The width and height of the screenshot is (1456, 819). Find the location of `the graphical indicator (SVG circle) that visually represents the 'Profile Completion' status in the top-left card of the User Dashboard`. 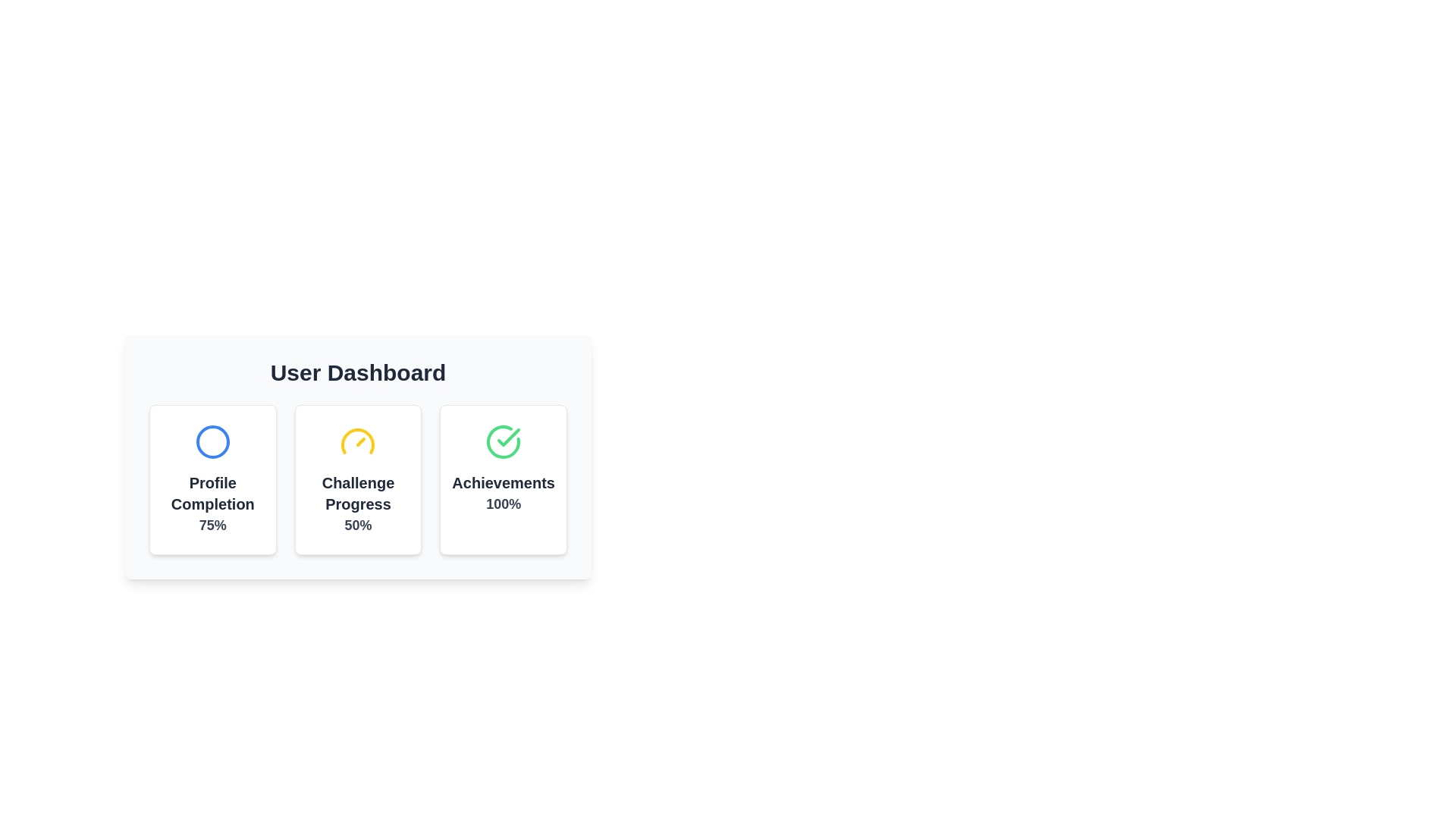

the graphical indicator (SVG circle) that visually represents the 'Profile Completion' status in the top-left card of the User Dashboard is located at coordinates (212, 441).